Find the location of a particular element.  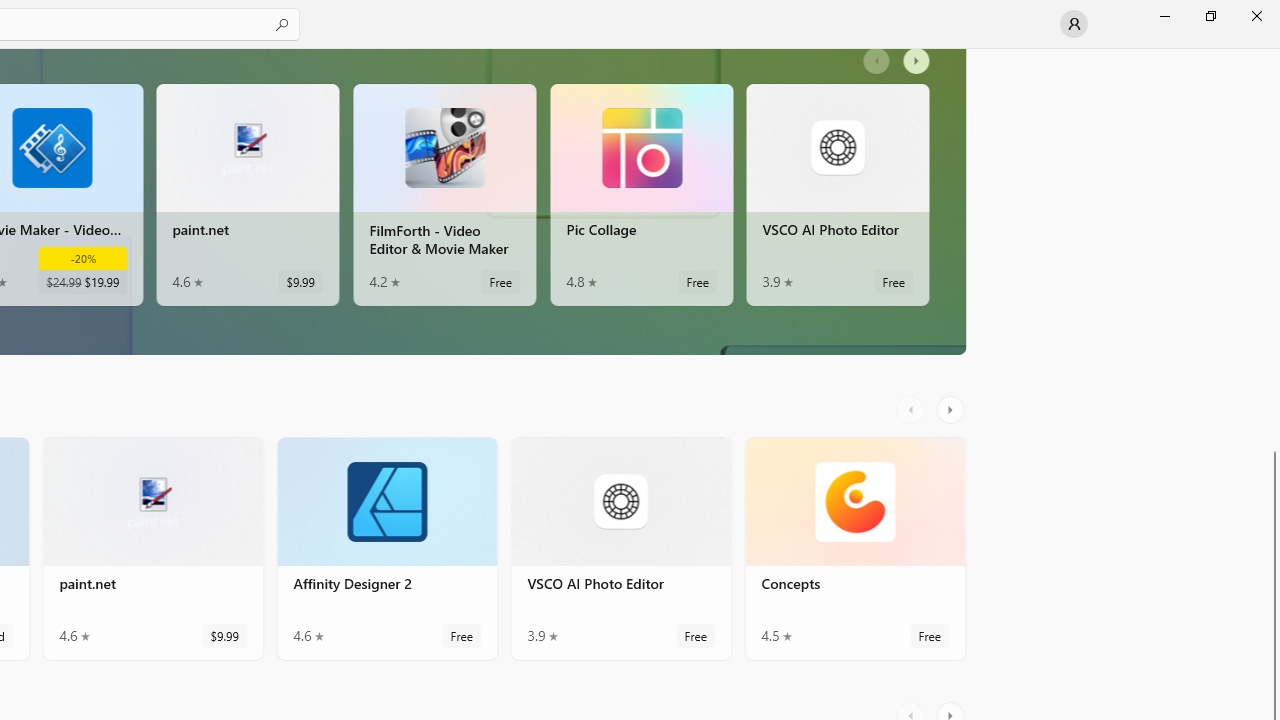

'Close Microsoft Store' is located at coordinates (1255, 15).